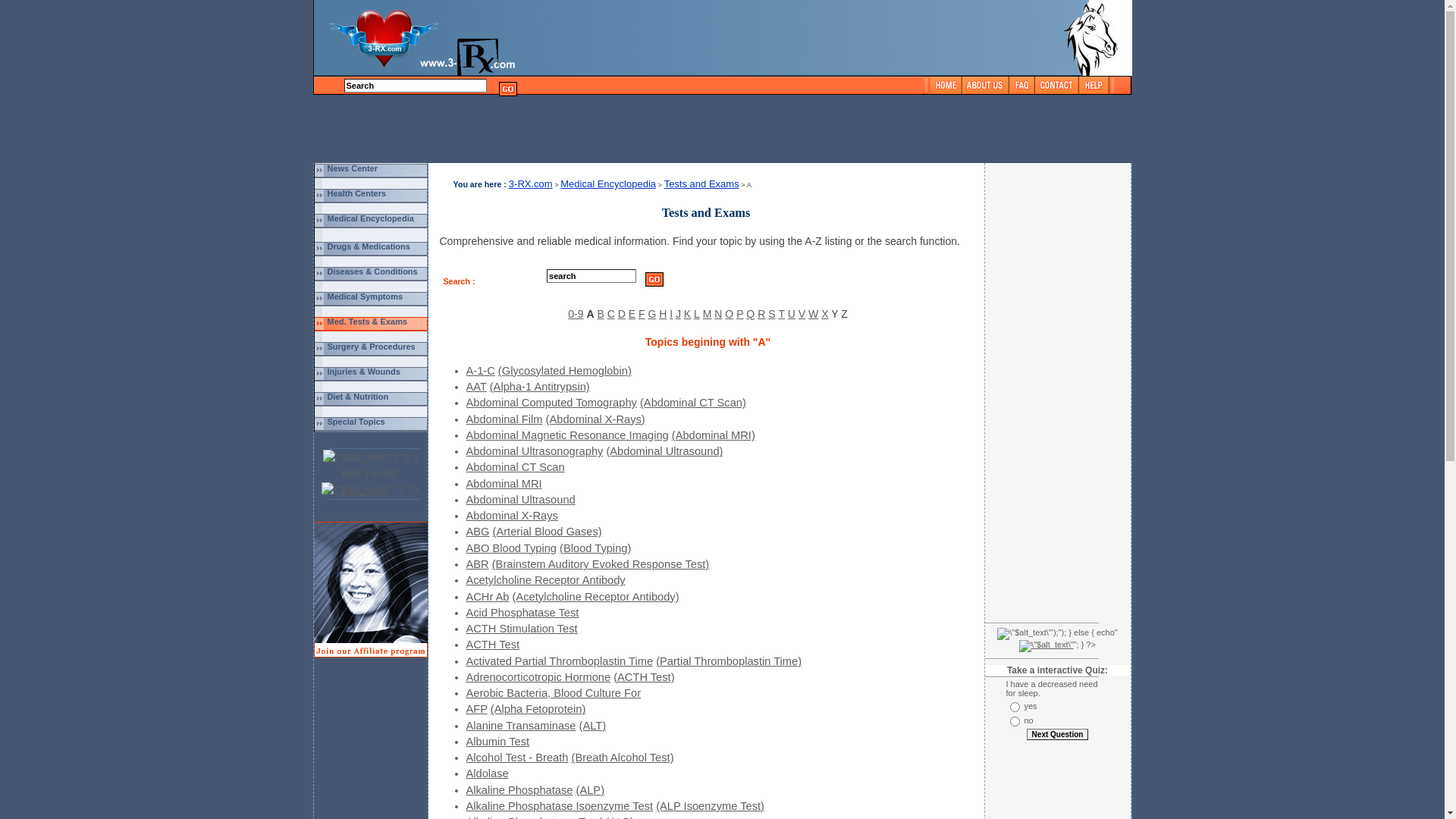 The width and height of the screenshot is (1456, 819). I want to click on '(Breath Alcohol Test)', so click(623, 758).